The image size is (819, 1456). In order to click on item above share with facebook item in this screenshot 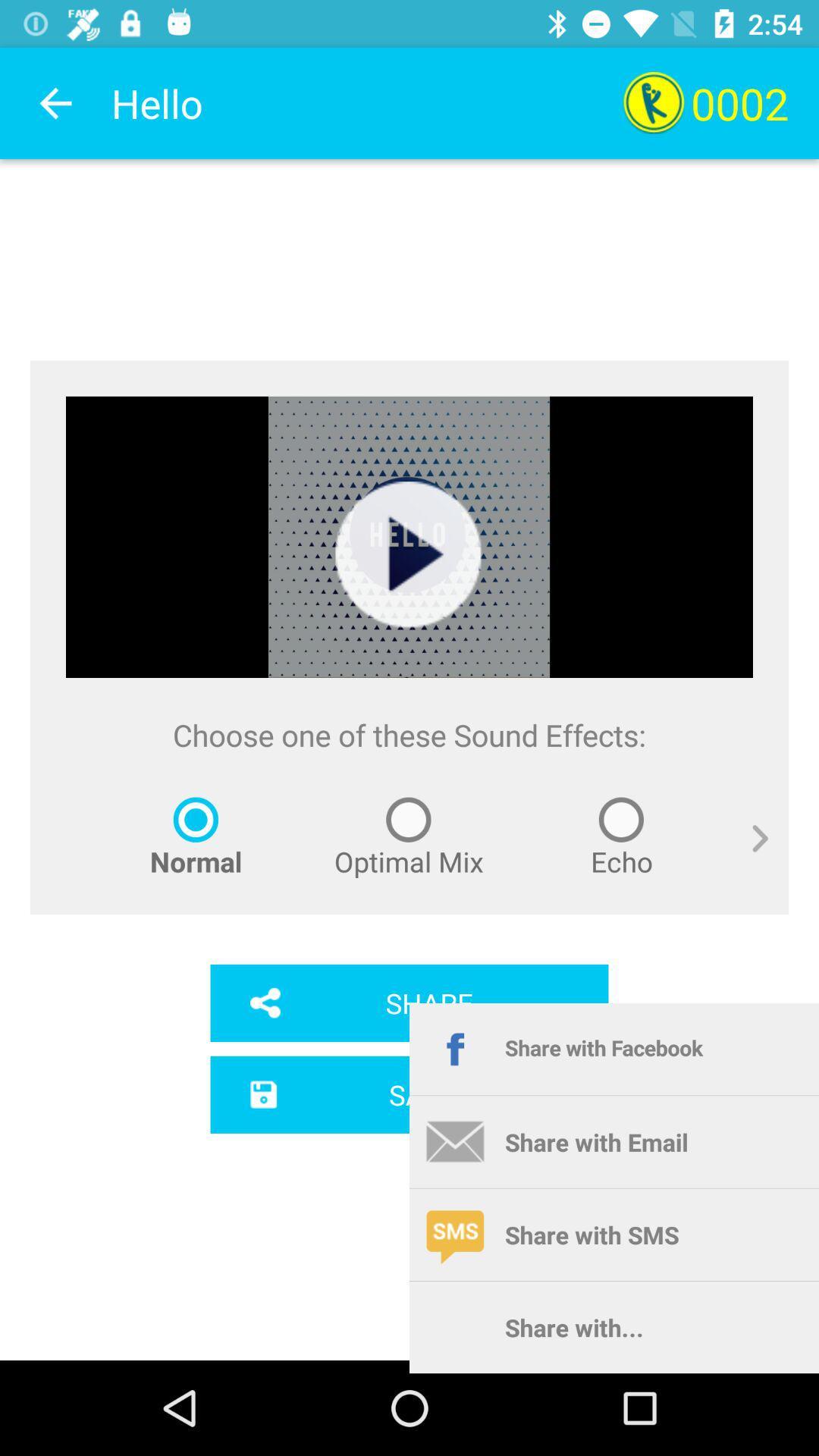, I will do `click(748, 855)`.